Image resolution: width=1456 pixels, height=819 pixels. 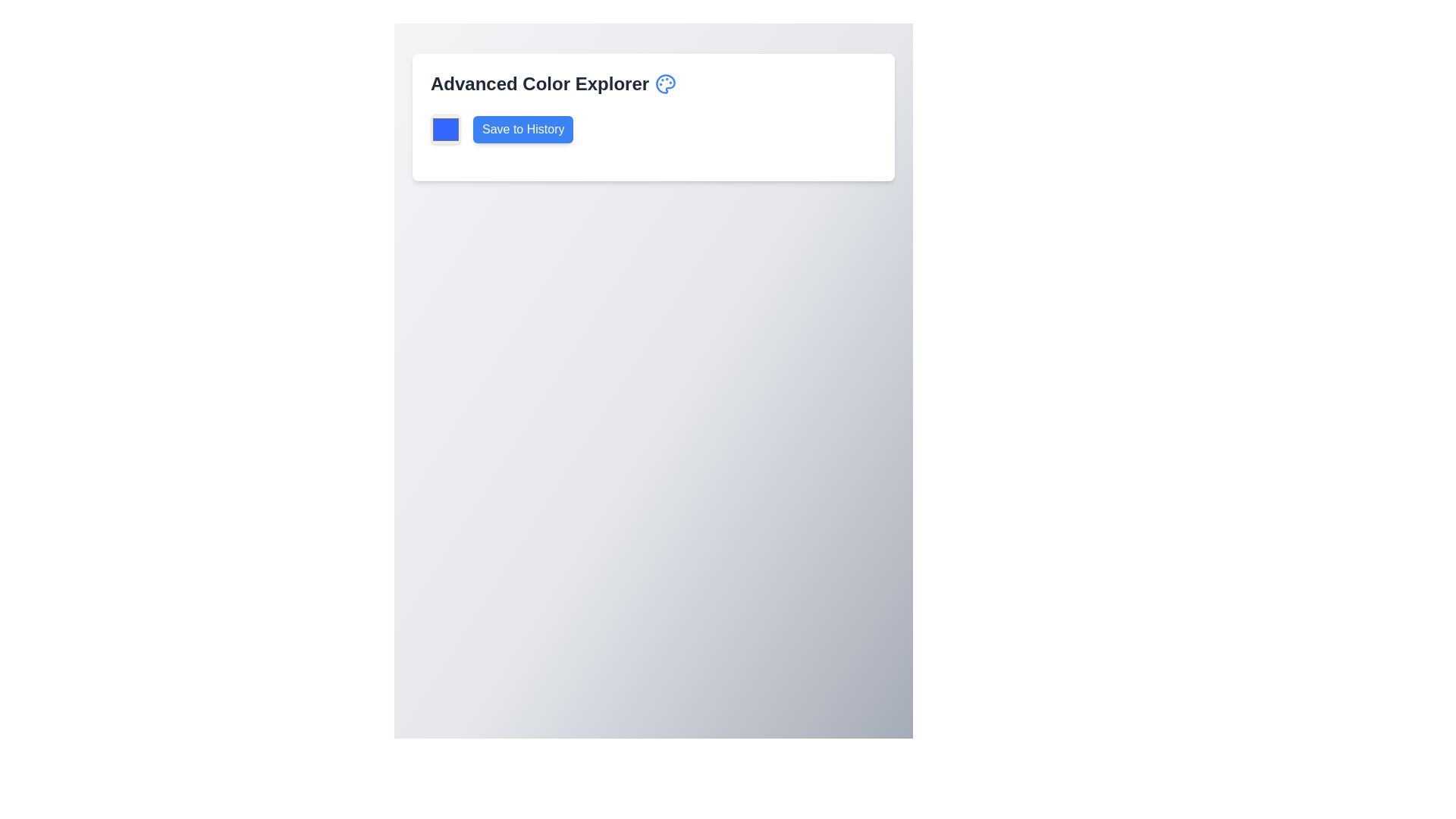 I want to click on the heading element that identifies the purpose or theme of the interface, located above the 'Save to History' button, so click(x=654, y=84).